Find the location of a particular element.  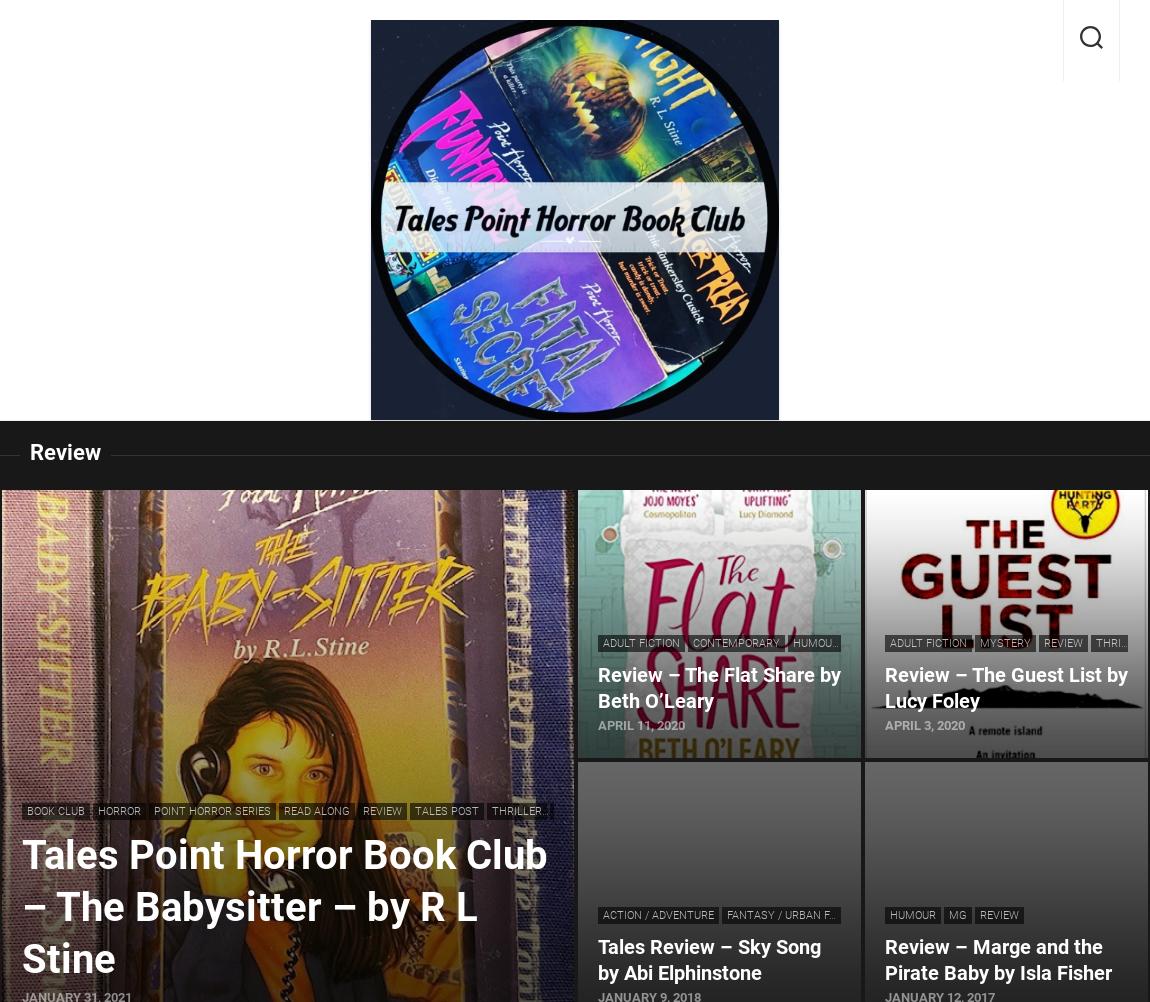

'Horror' is located at coordinates (118, 810).